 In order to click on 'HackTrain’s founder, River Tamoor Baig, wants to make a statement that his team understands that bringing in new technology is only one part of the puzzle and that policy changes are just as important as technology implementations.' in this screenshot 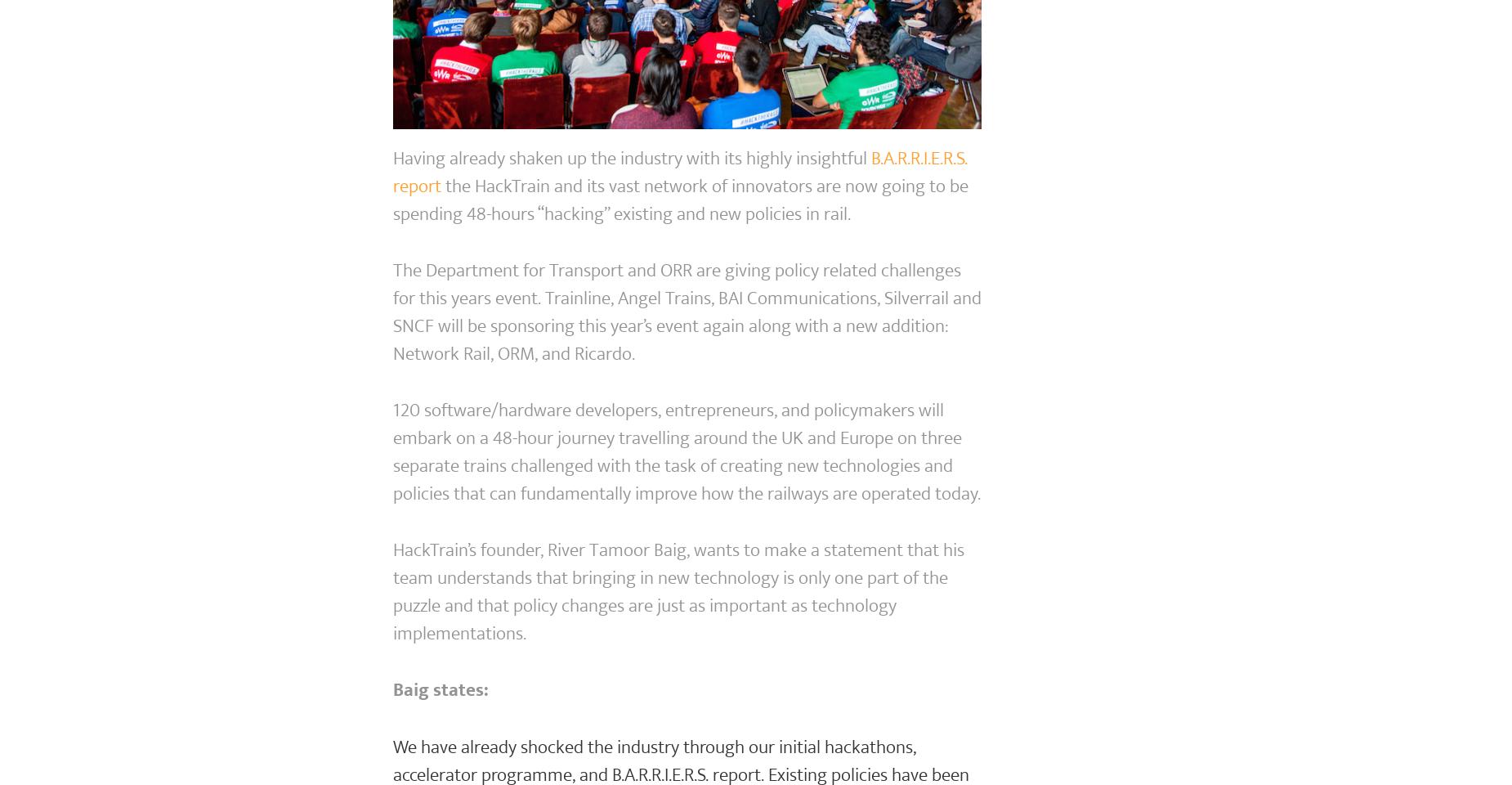, I will do `click(678, 591)`.